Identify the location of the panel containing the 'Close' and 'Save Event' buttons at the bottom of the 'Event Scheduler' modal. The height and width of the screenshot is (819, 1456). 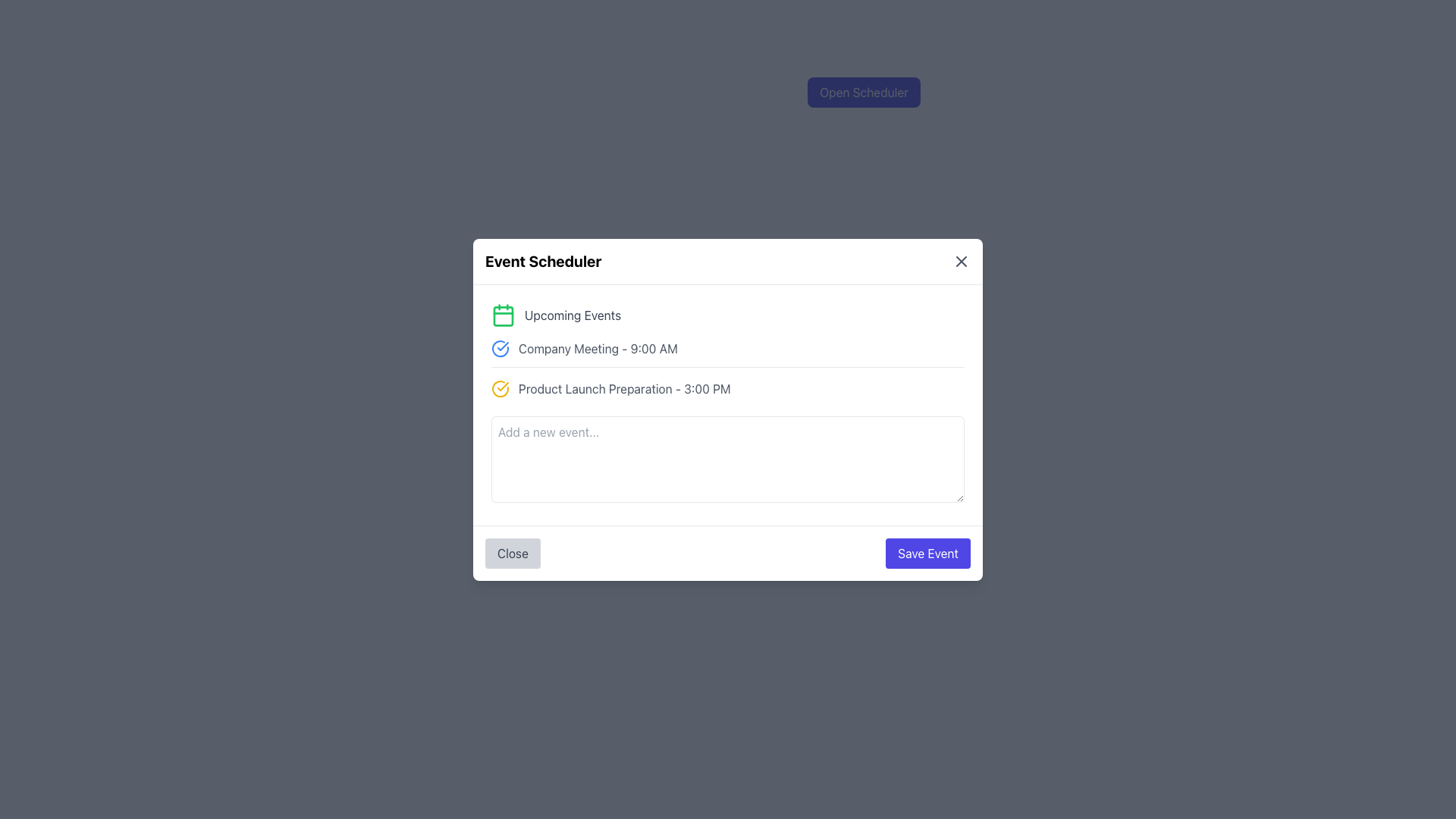
(728, 553).